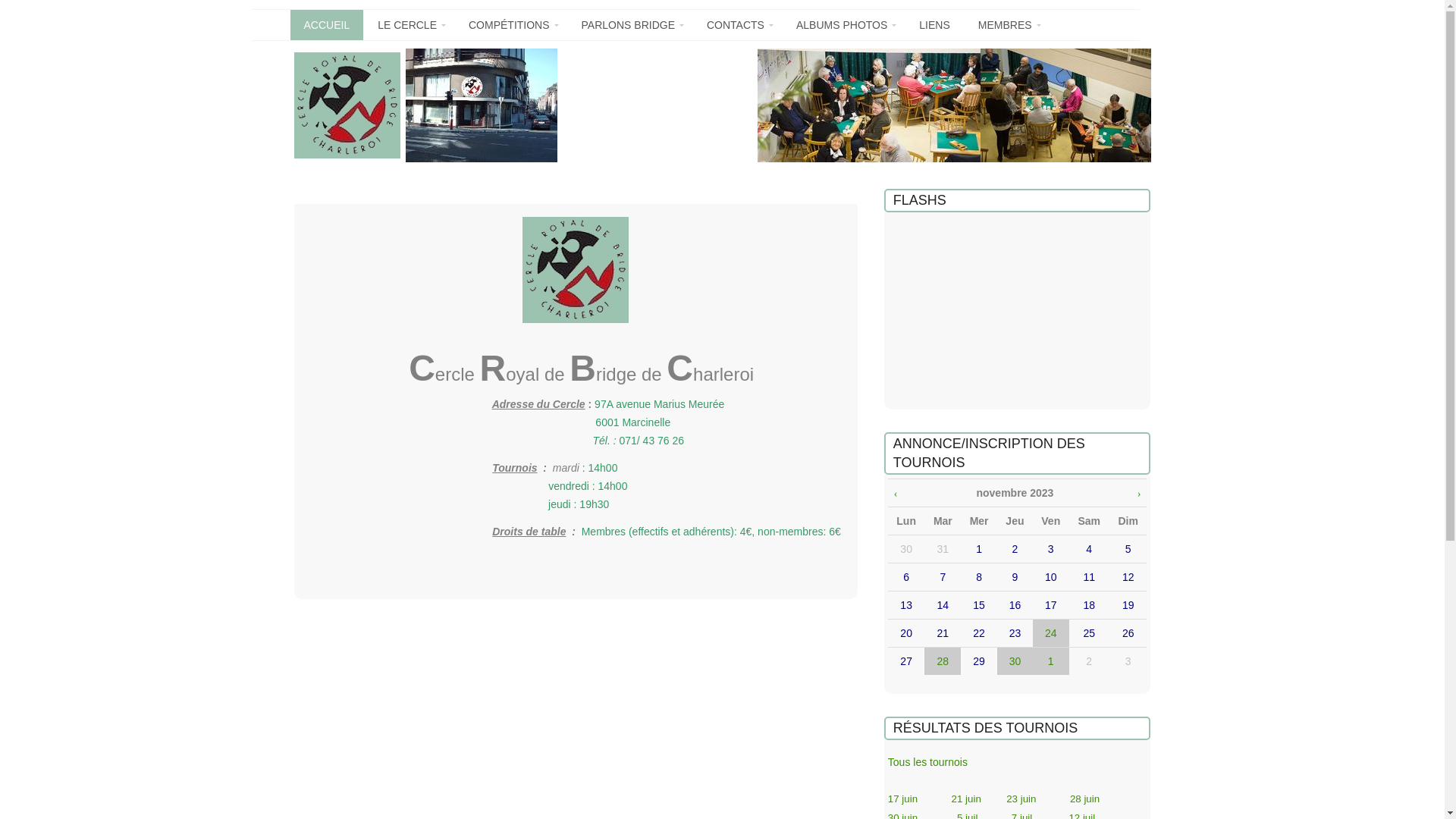 The height and width of the screenshot is (819, 1456). What do you see at coordinates (902, 798) in the screenshot?
I see `'17 juin'` at bounding box center [902, 798].